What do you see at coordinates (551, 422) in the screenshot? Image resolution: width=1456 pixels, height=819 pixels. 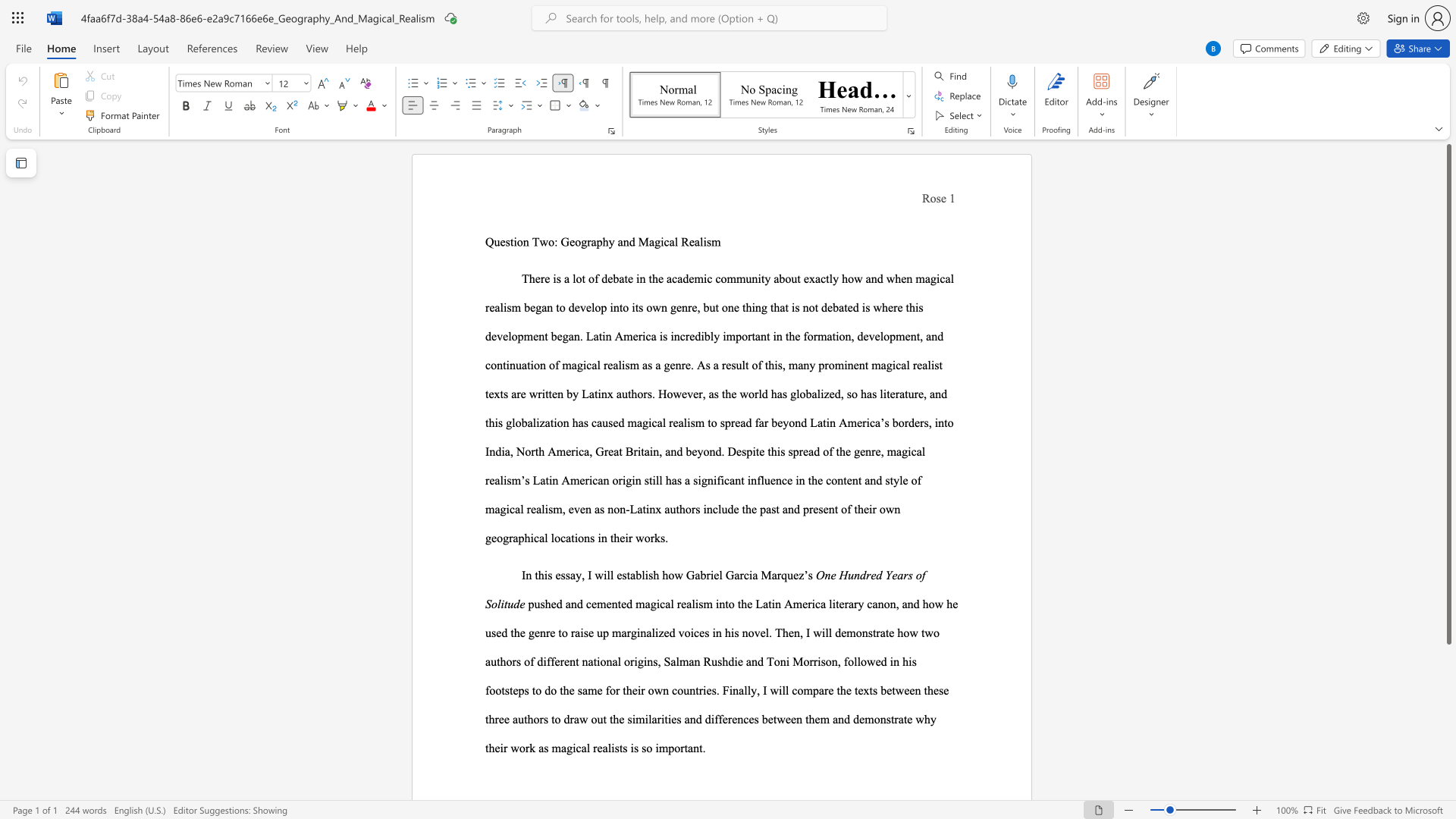 I see `the 40th character "t" in the text` at bounding box center [551, 422].